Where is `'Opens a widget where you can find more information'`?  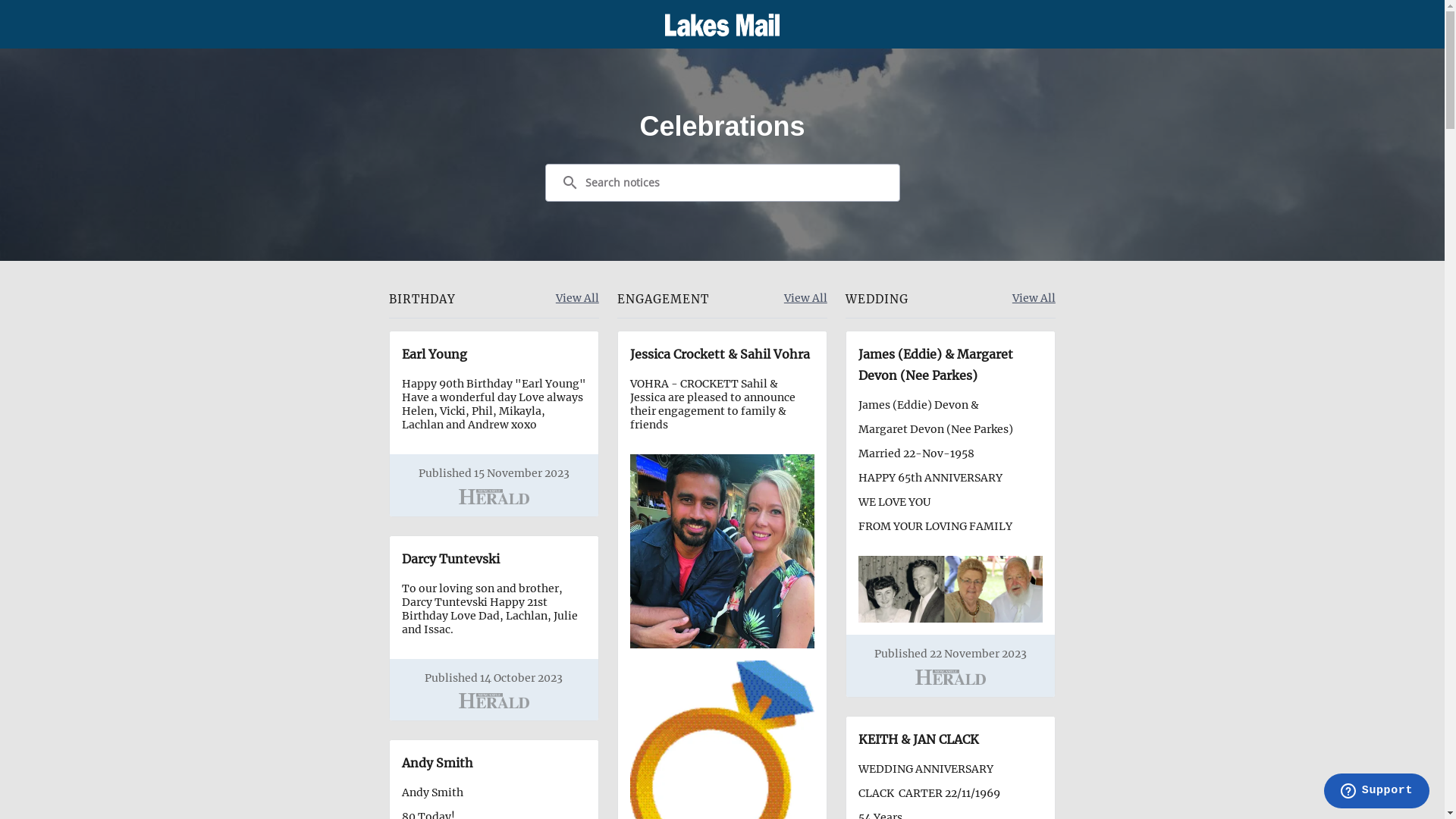 'Opens a widget where you can find more information' is located at coordinates (1376, 792).